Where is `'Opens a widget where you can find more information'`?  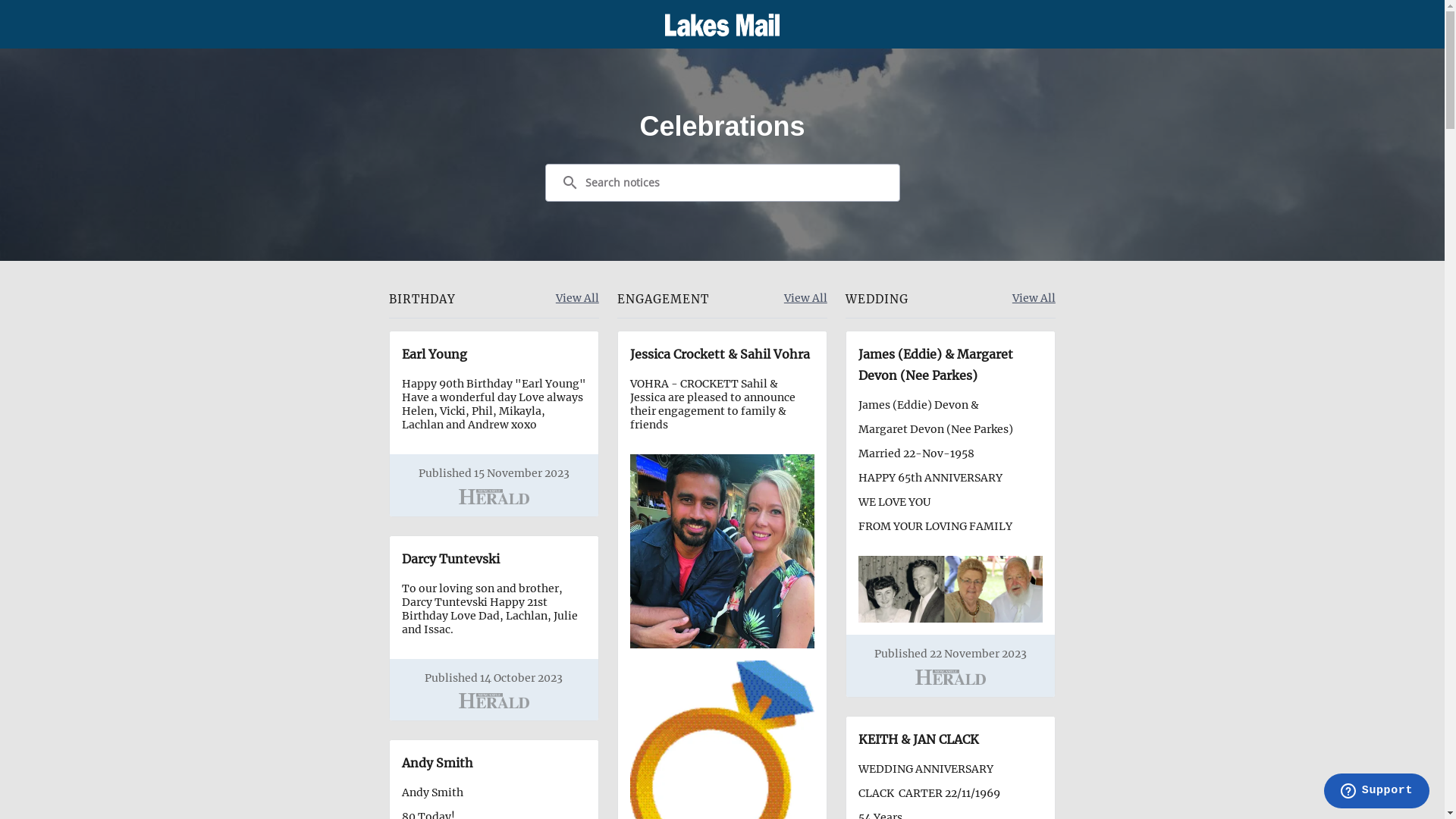 'Opens a widget where you can find more information' is located at coordinates (1376, 792).